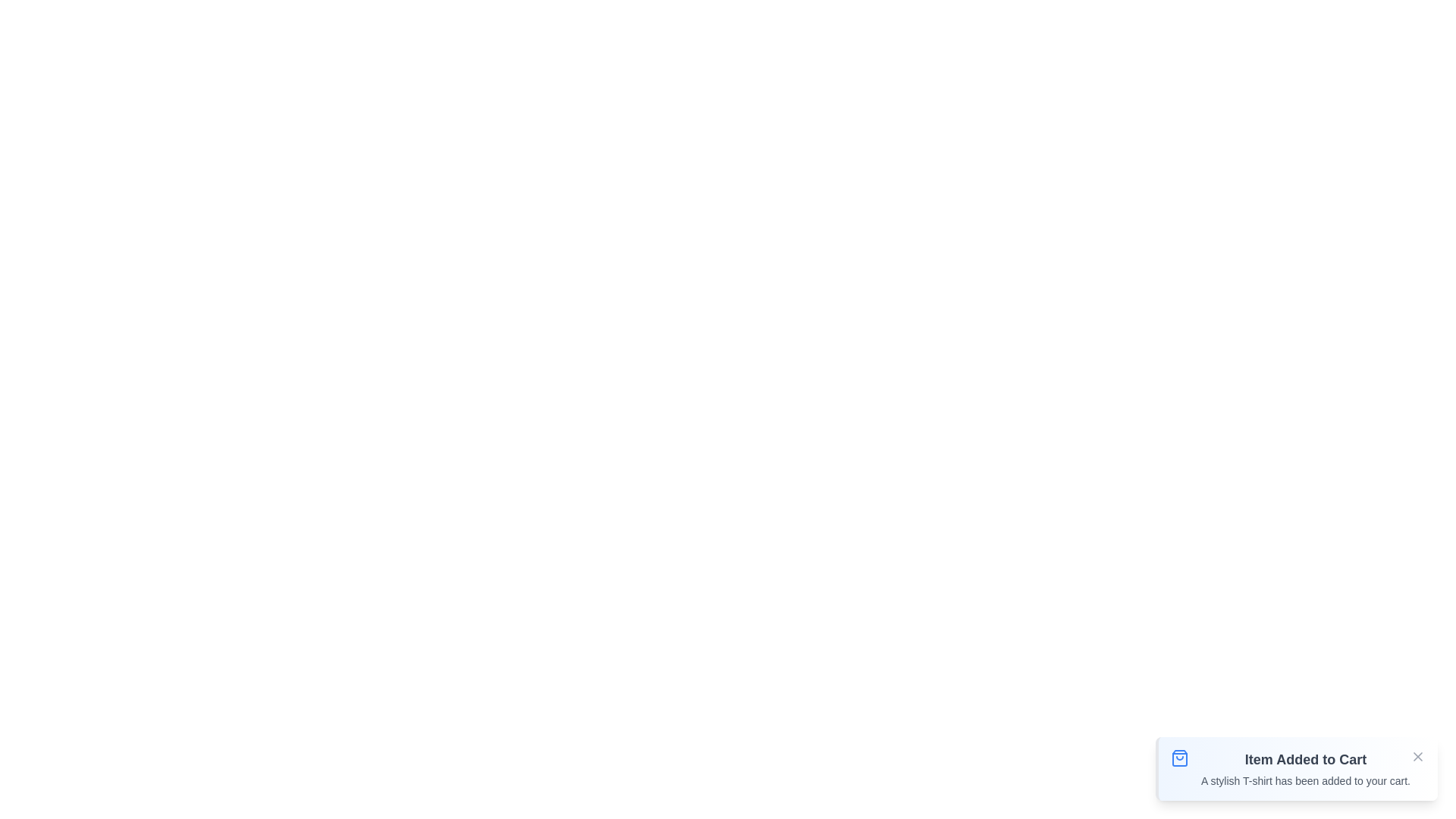  I want to click on the notification to observe the hover effect, so click(1294, 769).